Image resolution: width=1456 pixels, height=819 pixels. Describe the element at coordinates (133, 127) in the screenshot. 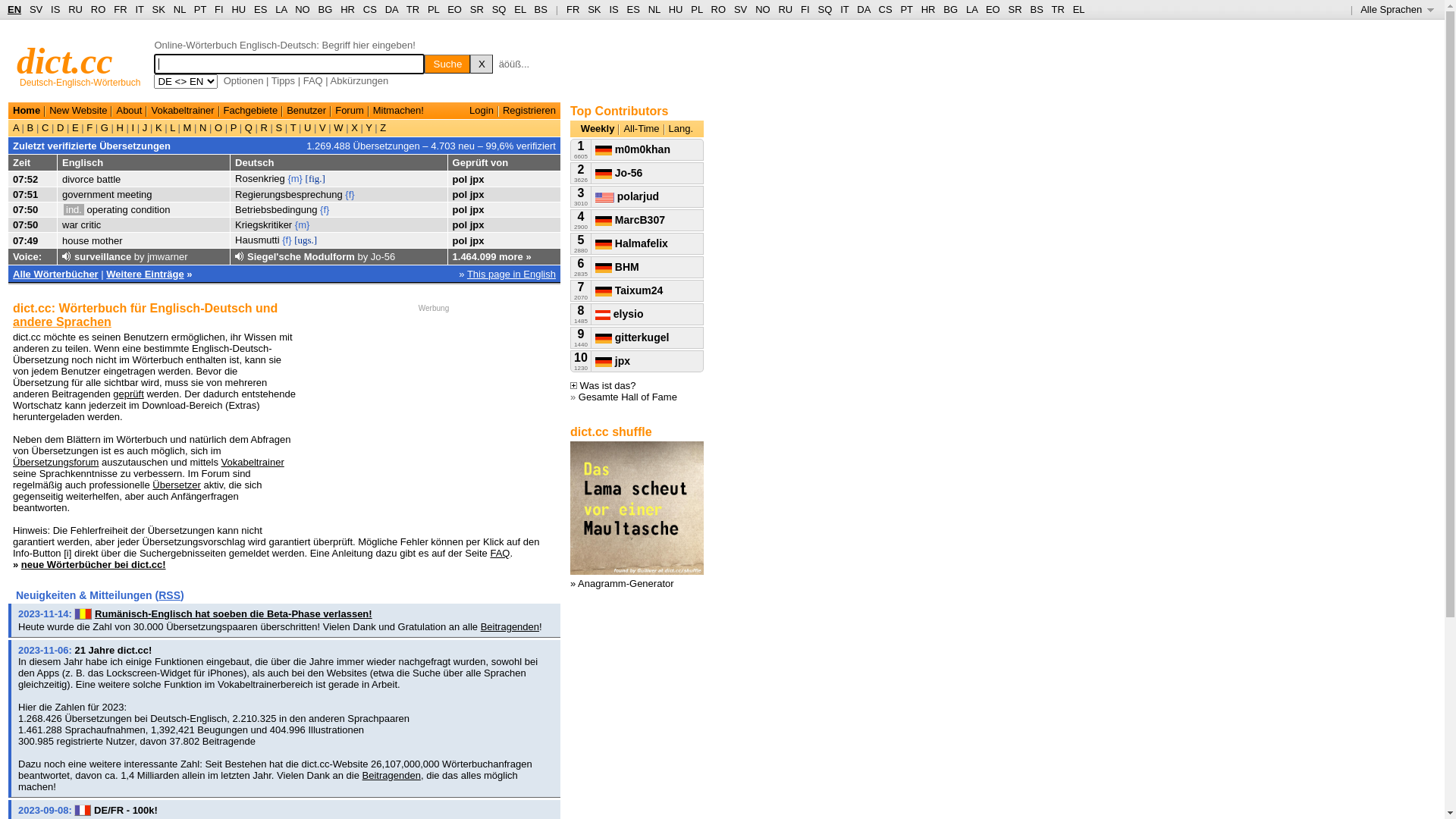

I see `'I'` at that location.